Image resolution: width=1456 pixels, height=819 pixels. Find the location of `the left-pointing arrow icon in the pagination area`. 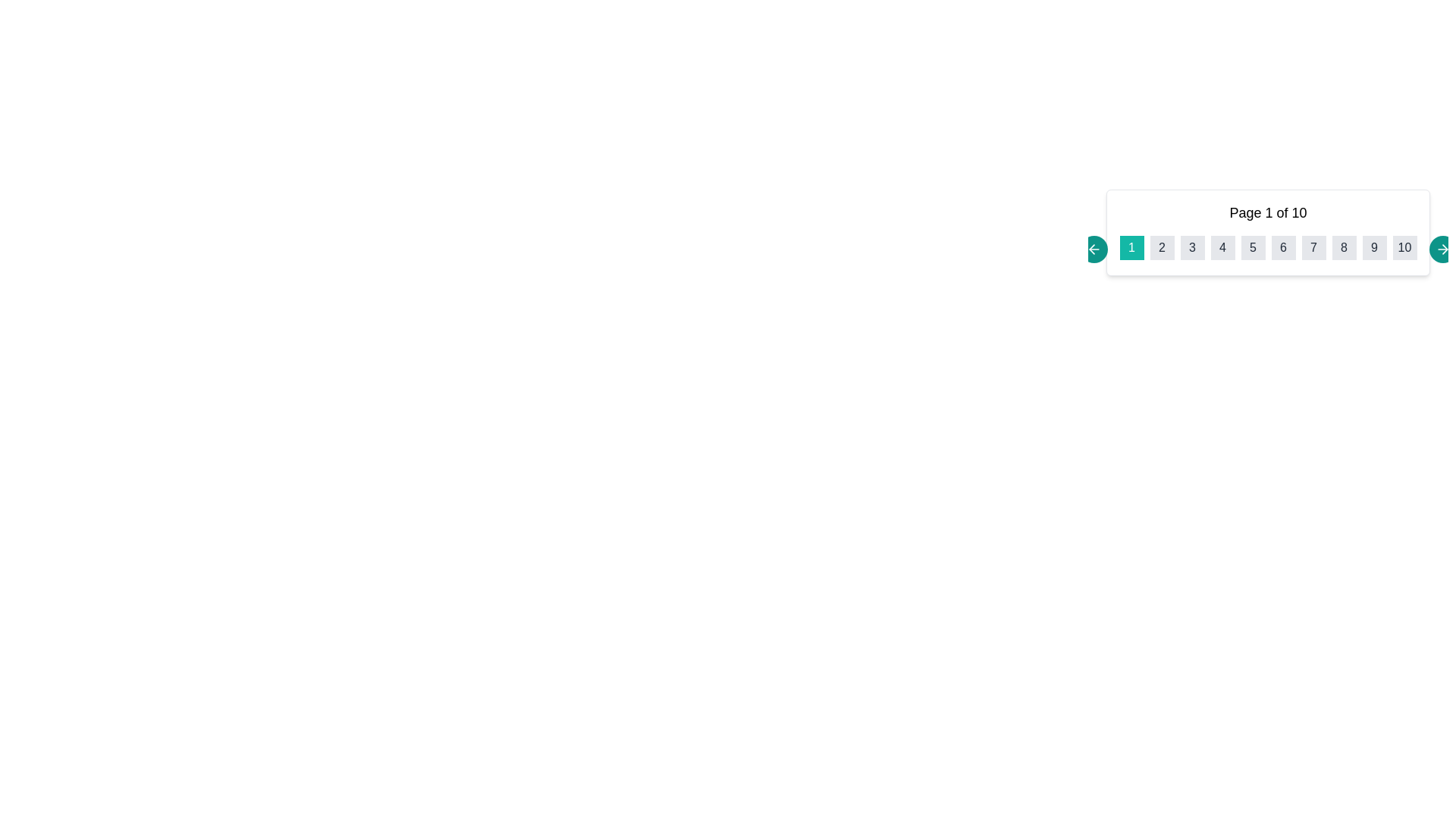

the left-pointing arrow icon in the pagination area is located at coordinates (1090, 248).